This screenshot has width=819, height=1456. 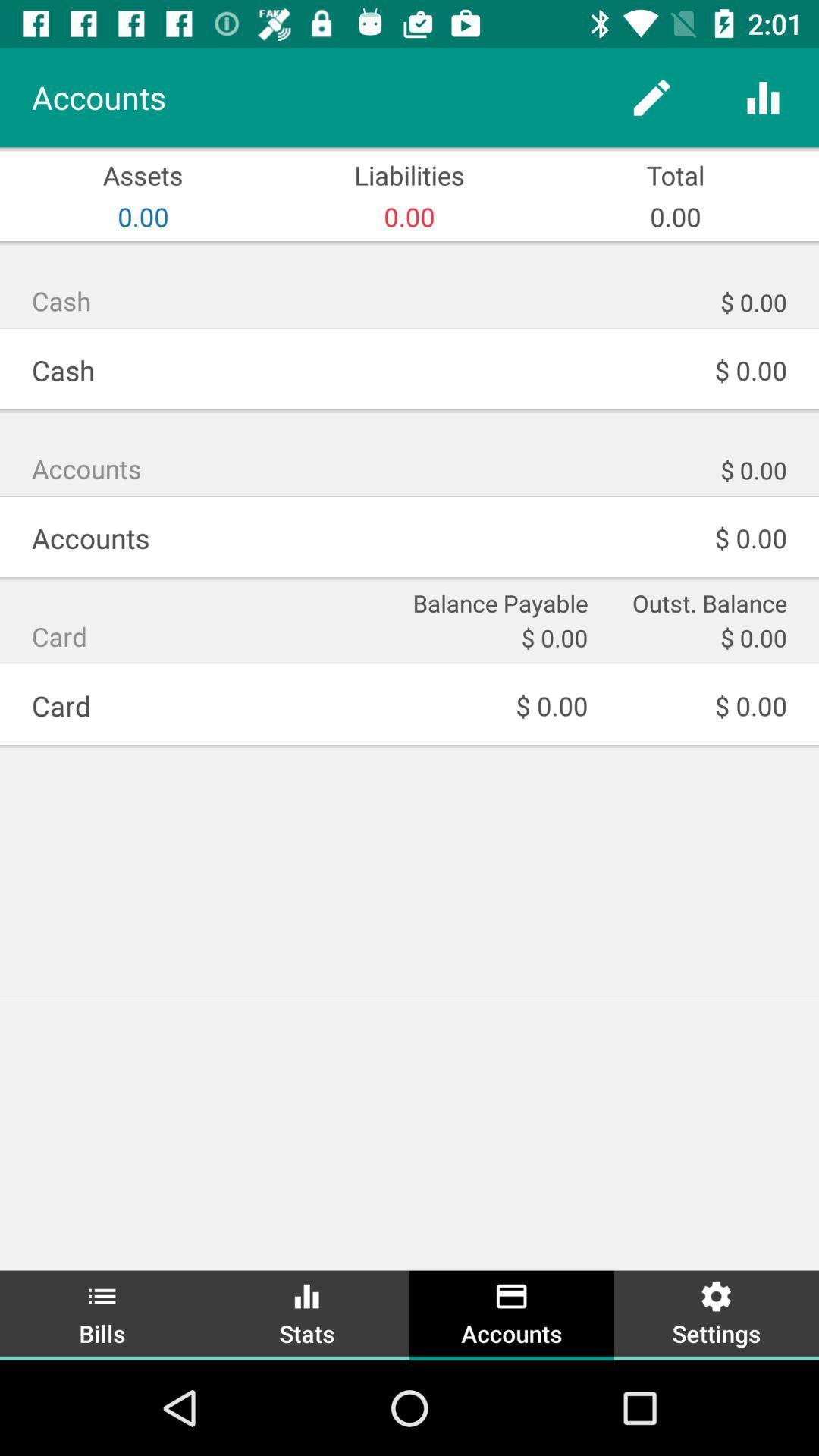 What do you see at coordinates (102, 1313) in the screenshot?
I see `the bills icon` at bounding box center [102, 1313].